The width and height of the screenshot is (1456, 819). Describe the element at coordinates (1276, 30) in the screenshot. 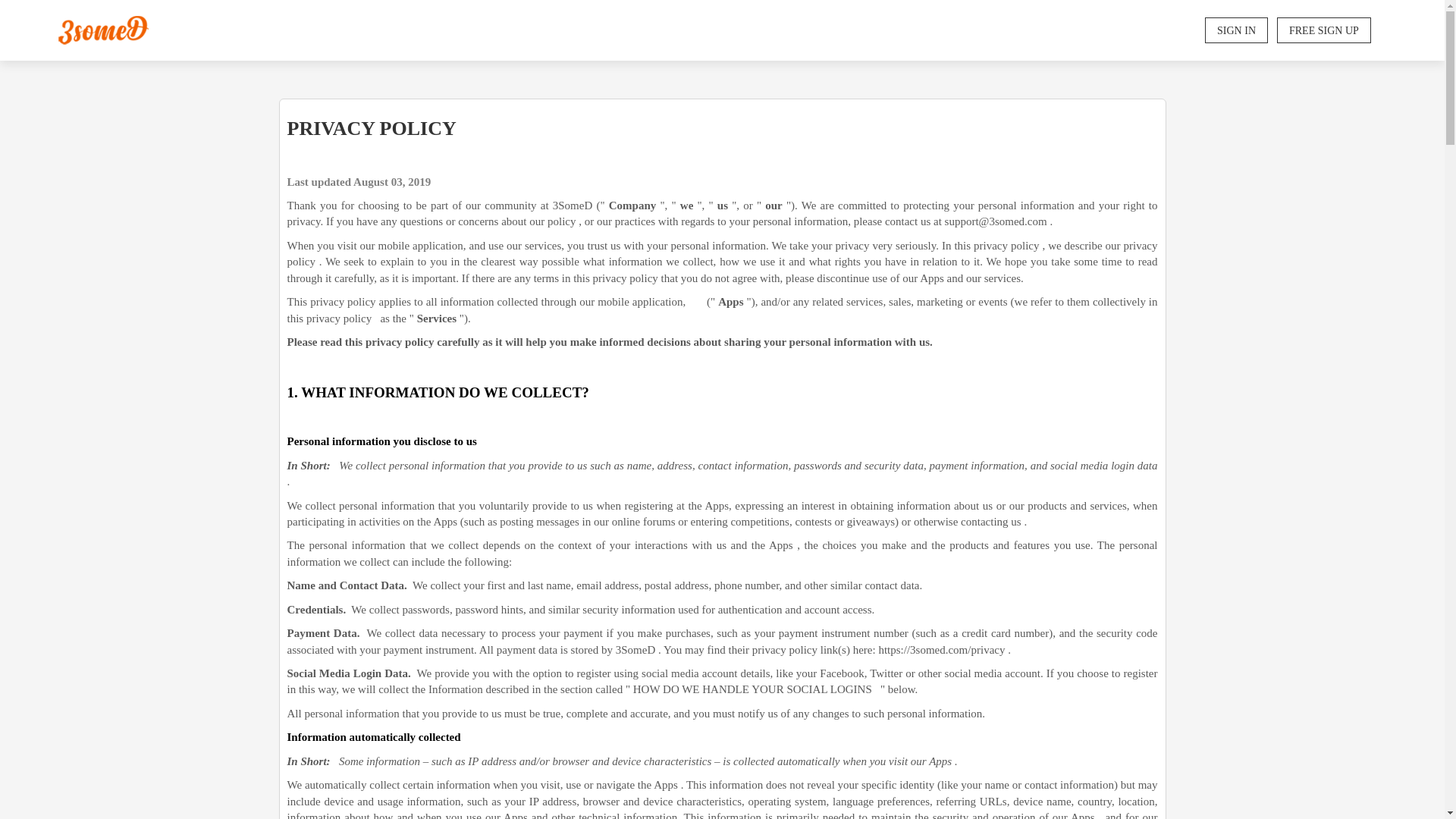

I see `'FREE SIGN UP'` at that location.